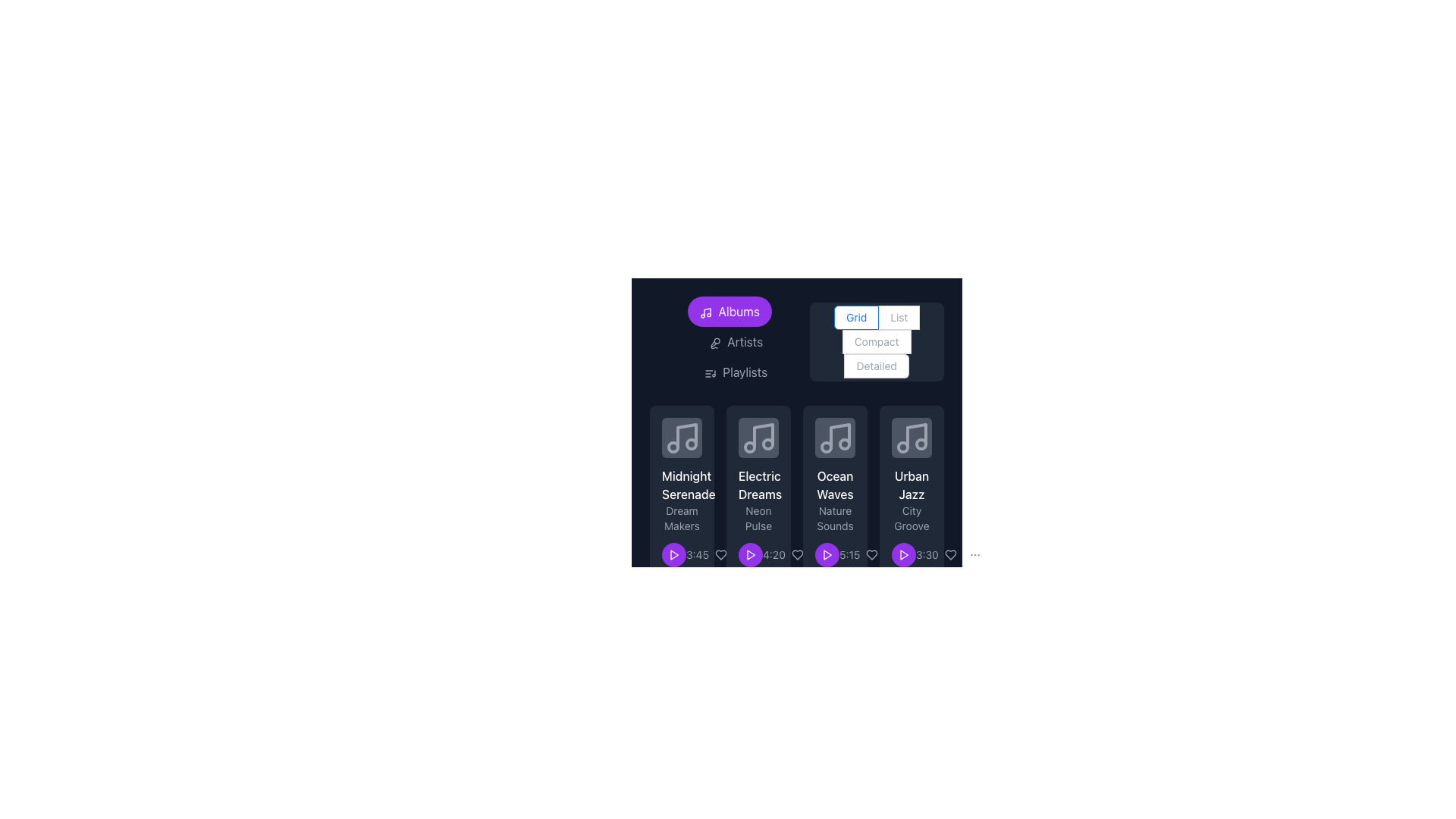  I want to click on static text label that serves as the title of a music album or track, located centrally towards the bottom half of the fourth card in a grid of music listings, directly above the text component labeled 'City Groove', so click(911, 485).